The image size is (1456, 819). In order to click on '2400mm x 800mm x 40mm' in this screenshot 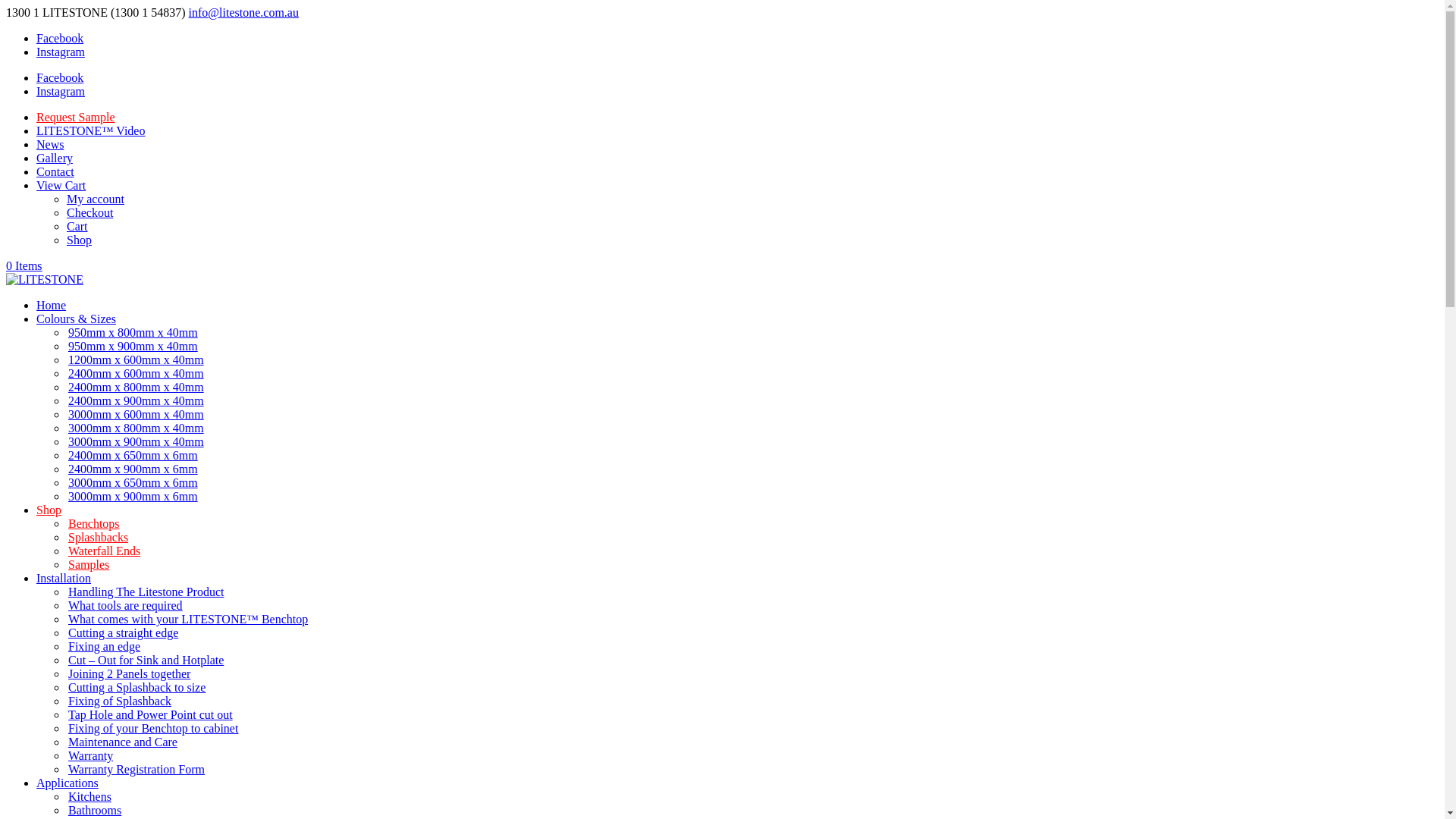, I will do `click(65, 386)`.